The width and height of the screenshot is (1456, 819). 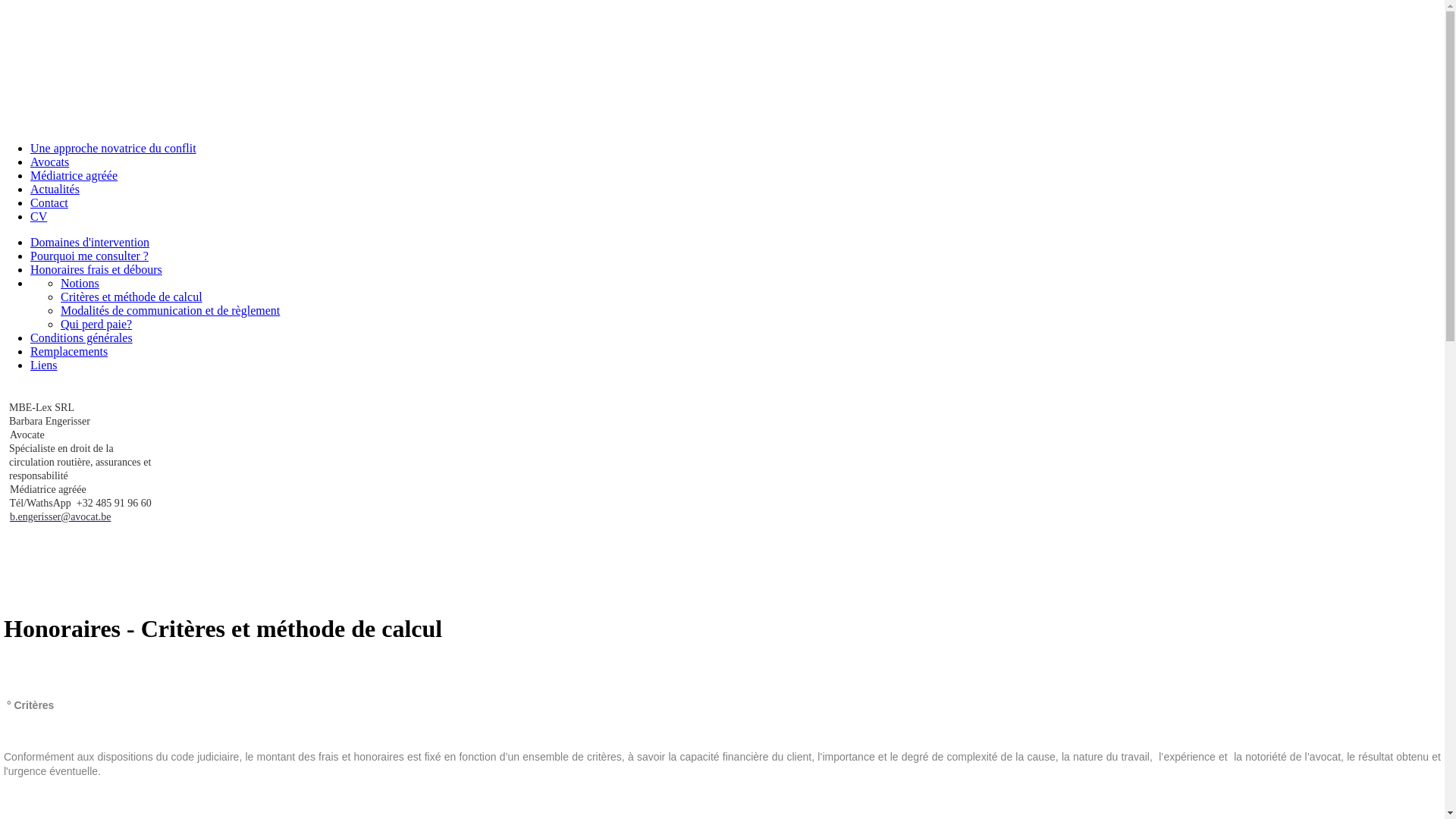 What do you see at coordinates (89, 241) in the screenshot?
I see `'Domaines d'intervention'` at bounding box center [89, 241].